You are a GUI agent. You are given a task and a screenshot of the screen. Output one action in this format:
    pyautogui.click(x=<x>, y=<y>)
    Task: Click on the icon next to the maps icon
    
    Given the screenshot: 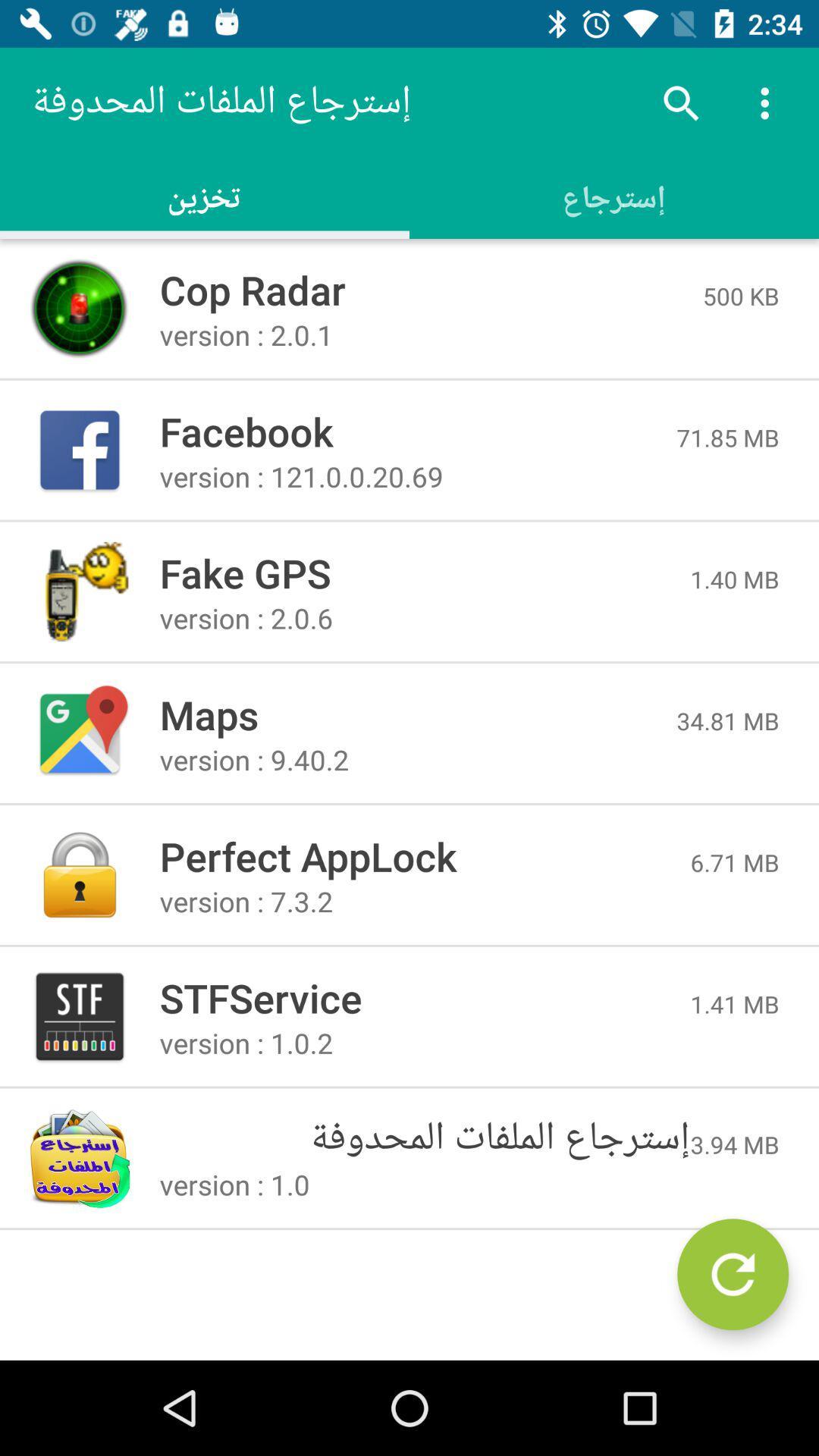 What is the action you would take?
    pyautogui.click(x=727, y=720)
    